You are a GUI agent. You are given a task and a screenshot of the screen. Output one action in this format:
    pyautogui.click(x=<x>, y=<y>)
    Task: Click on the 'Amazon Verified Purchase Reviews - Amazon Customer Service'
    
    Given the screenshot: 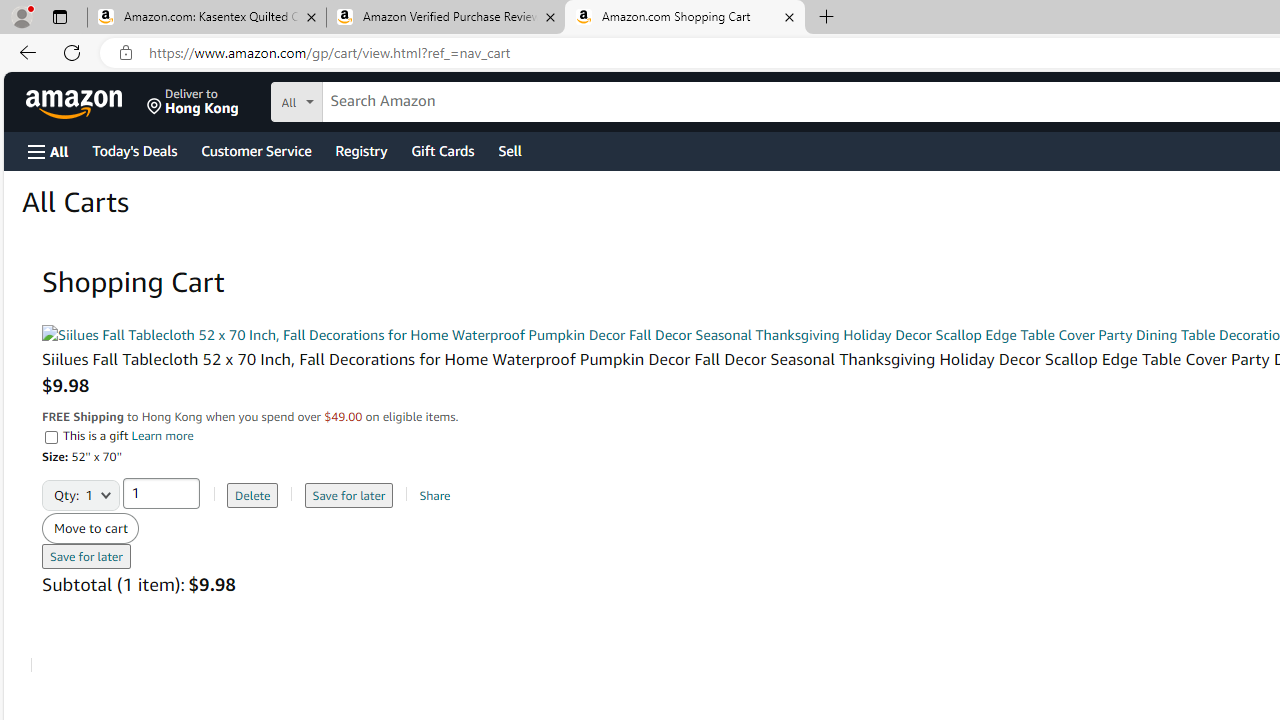 What is the action you would take?
    pyautogui.click(x=444, y=17)
    